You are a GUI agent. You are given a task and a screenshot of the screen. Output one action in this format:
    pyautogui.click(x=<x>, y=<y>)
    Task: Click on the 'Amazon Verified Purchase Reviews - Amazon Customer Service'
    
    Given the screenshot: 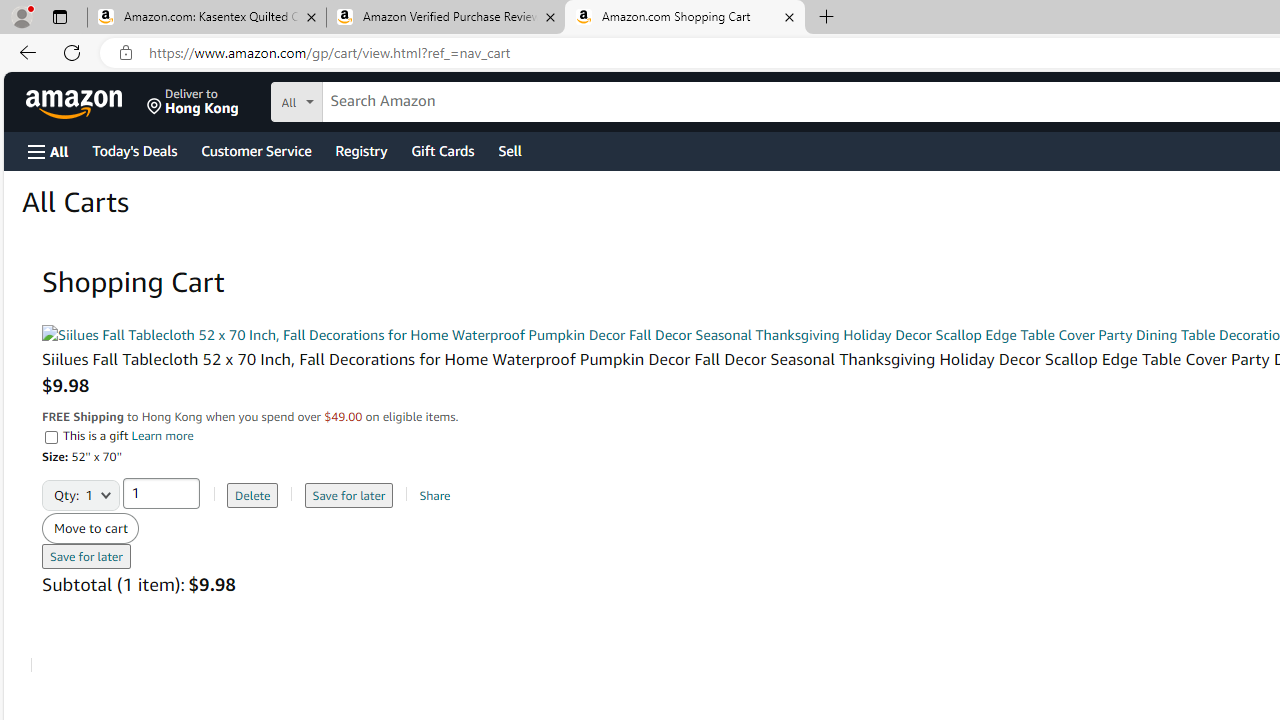 What is the action you would take?
    pyautogui.click(x=444, y=17)
    